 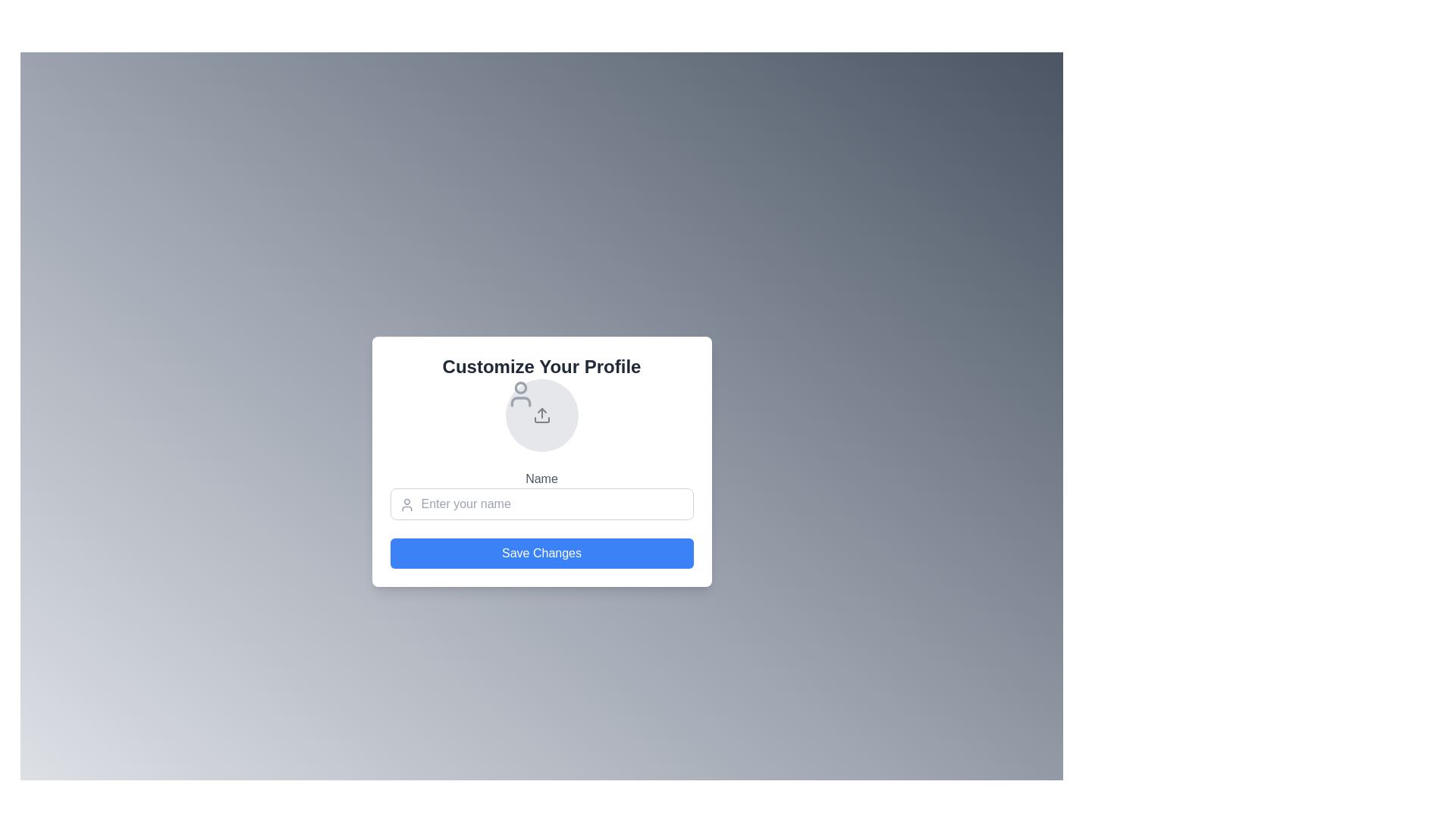 I want to click on the upload icon located centrally within the circular profile picture area, beneath the 'Customize Your Profile' heading, to initiate a file upload, so click(x=541, y=415).